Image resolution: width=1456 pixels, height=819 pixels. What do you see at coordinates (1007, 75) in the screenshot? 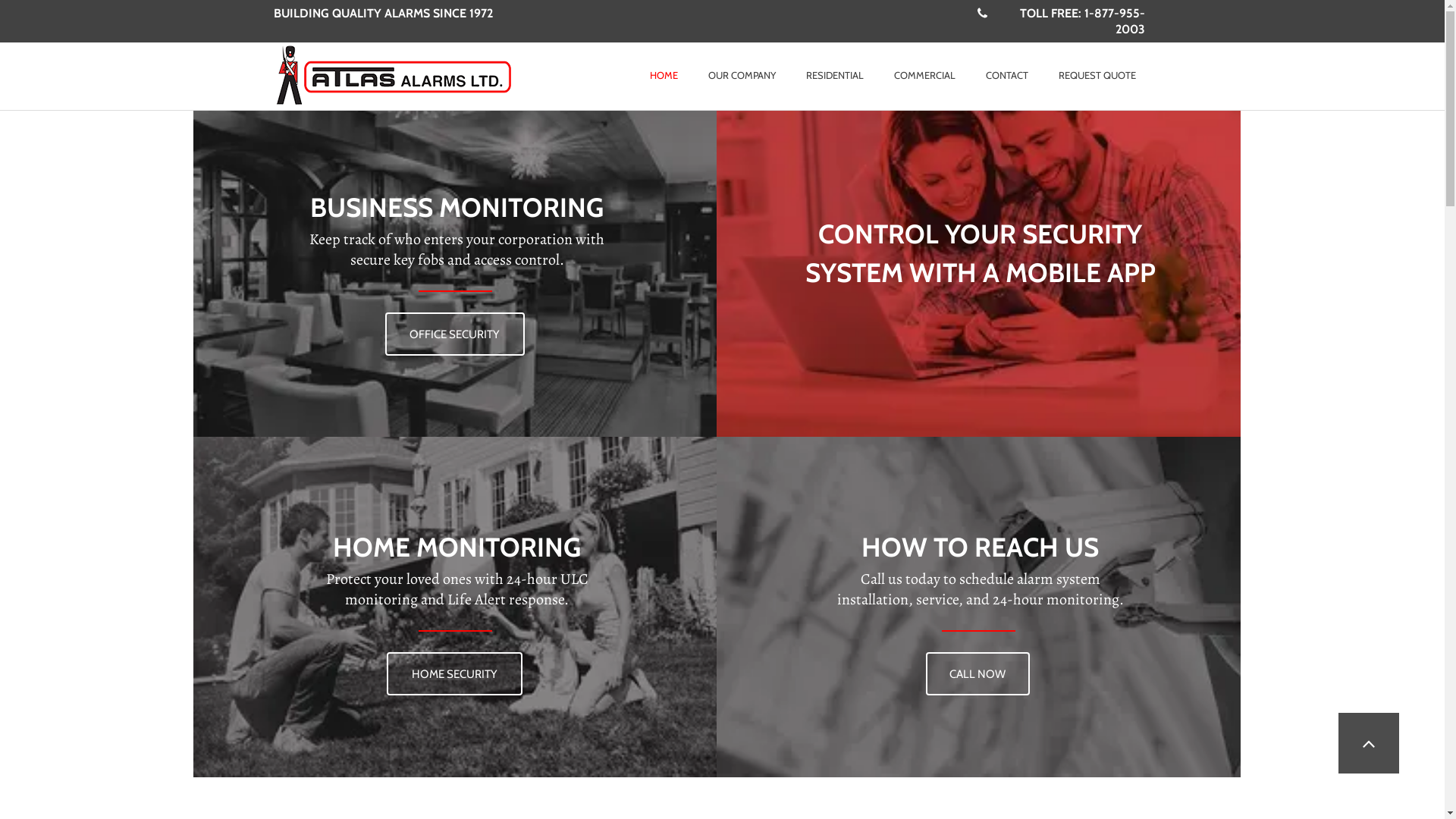
I see `'CONTACT'` at bounding box center [1007, 75].